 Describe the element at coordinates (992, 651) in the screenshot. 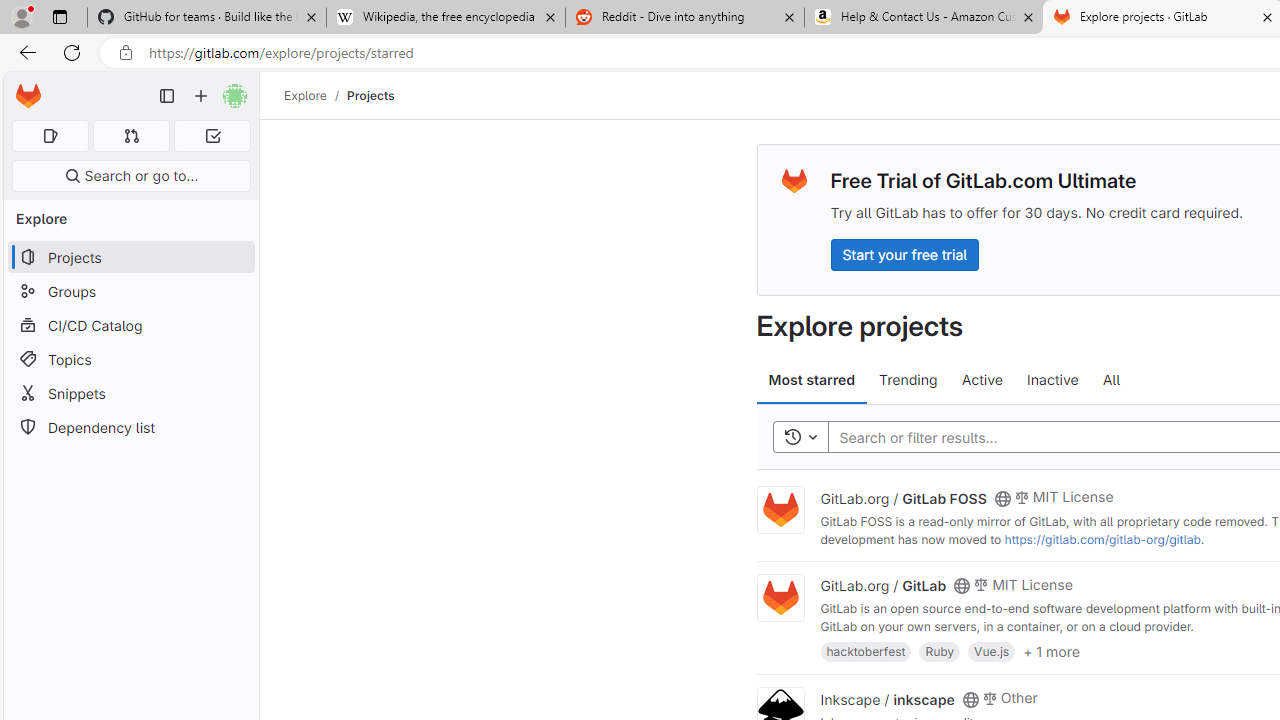

I see `'Vue.js'` at that location.